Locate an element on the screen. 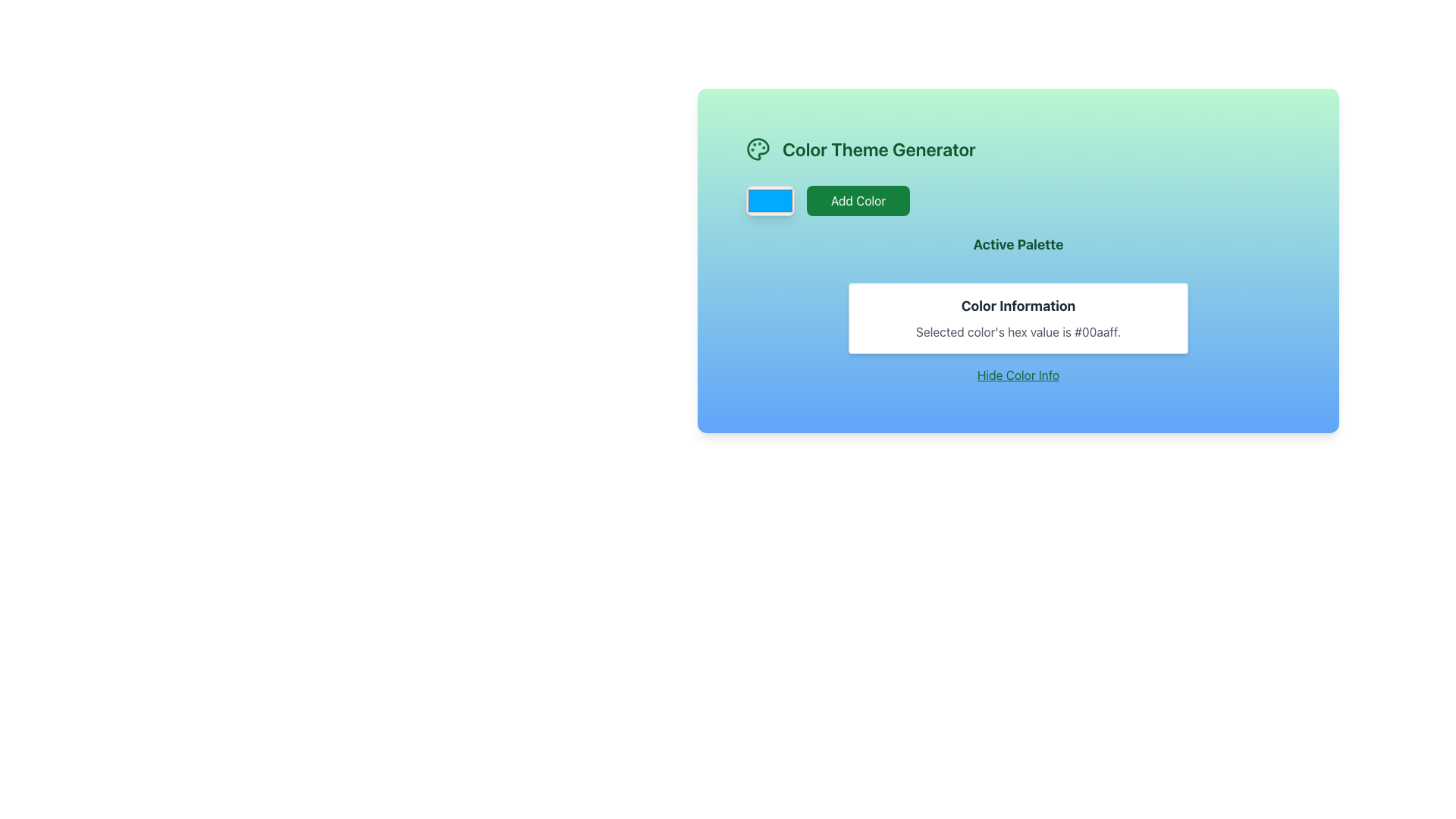 This screenshot has height=819, width=1456. the 'Hide Color Info' text link, which is styled with an underline and green color, located below the 'Color Information' section is located at coordinates (1018, 375).